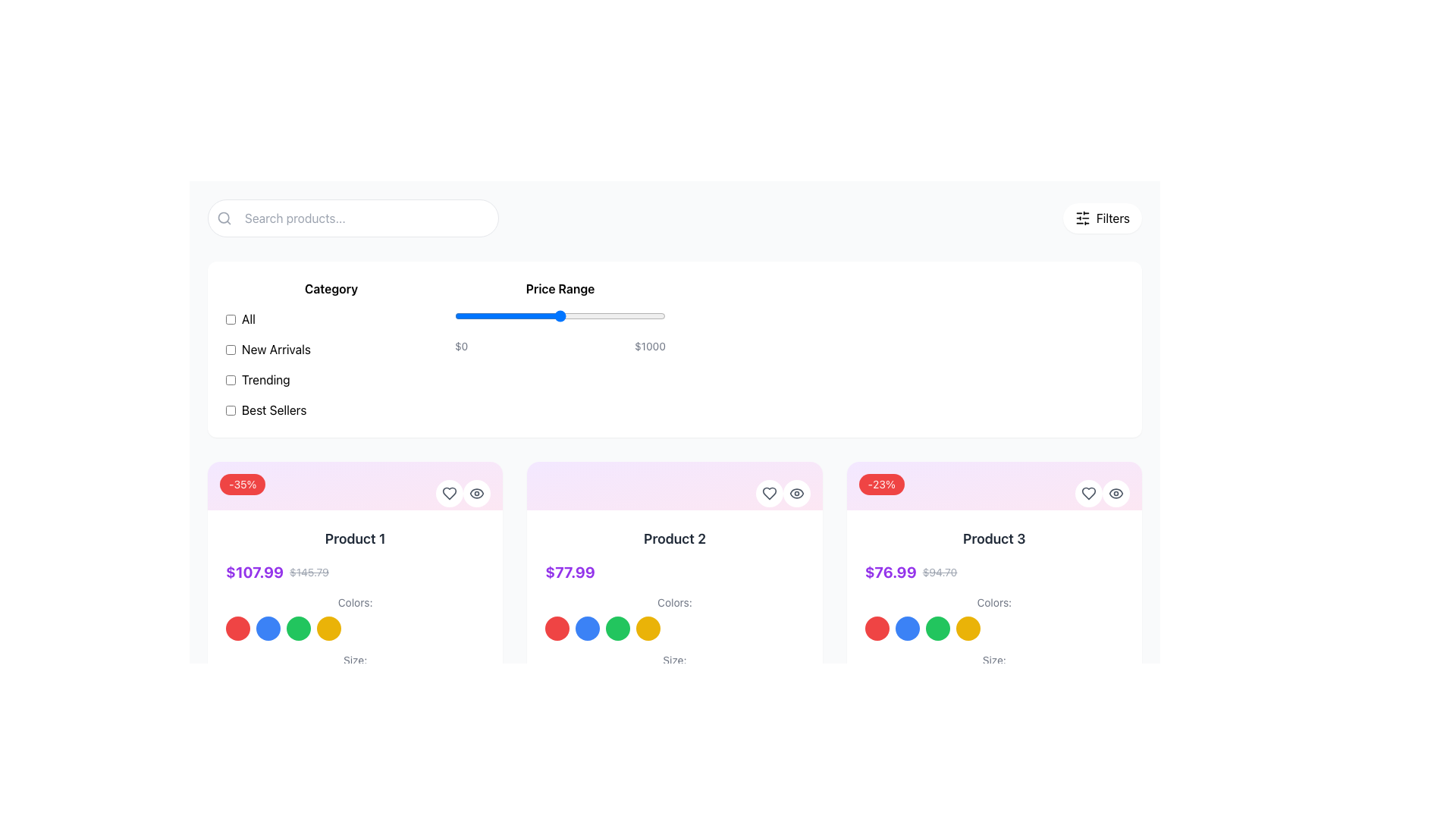  What do you see at coordinates (769, 494) in the screenshot?
I see `the heart-shaped icon within the circular button` at bounding box center [769, 494].